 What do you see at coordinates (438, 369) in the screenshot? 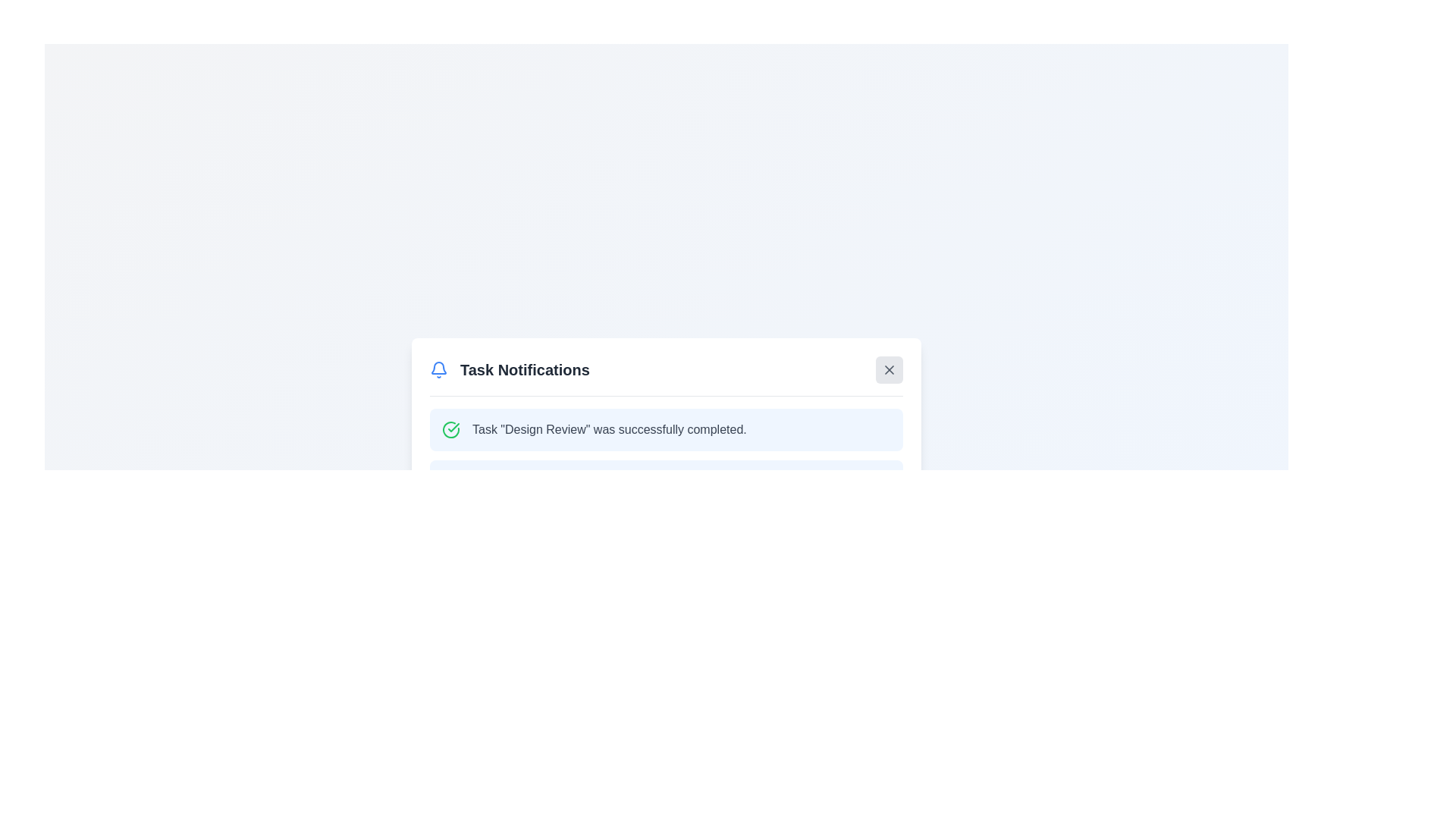
I see `the bell-shaped icon with a blue outline located at the leftmost part of the 'Task Notifications' header` at bounding box center [438, 369].